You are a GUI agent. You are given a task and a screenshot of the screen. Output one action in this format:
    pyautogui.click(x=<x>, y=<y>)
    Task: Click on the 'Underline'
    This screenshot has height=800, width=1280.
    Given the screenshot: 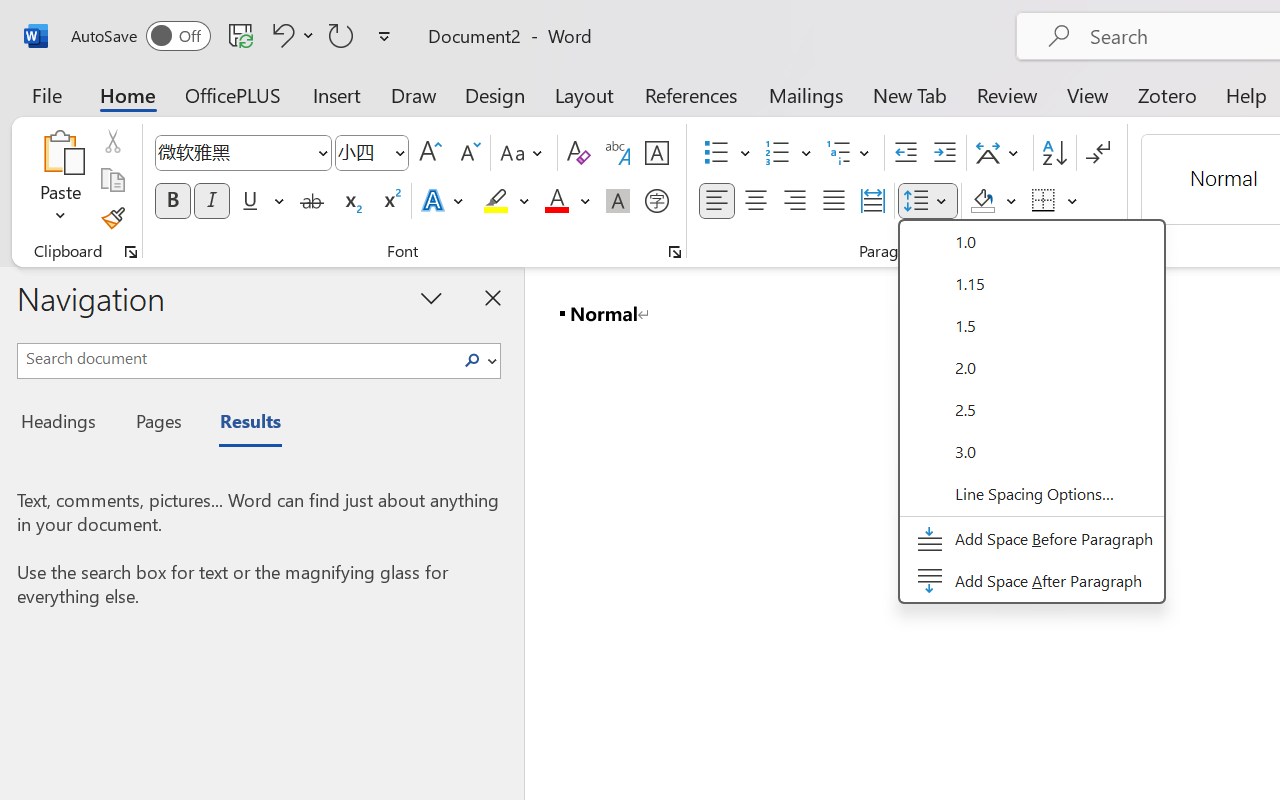 What is the action you would take?
    pyautogui.click(x=260, y=201)
    